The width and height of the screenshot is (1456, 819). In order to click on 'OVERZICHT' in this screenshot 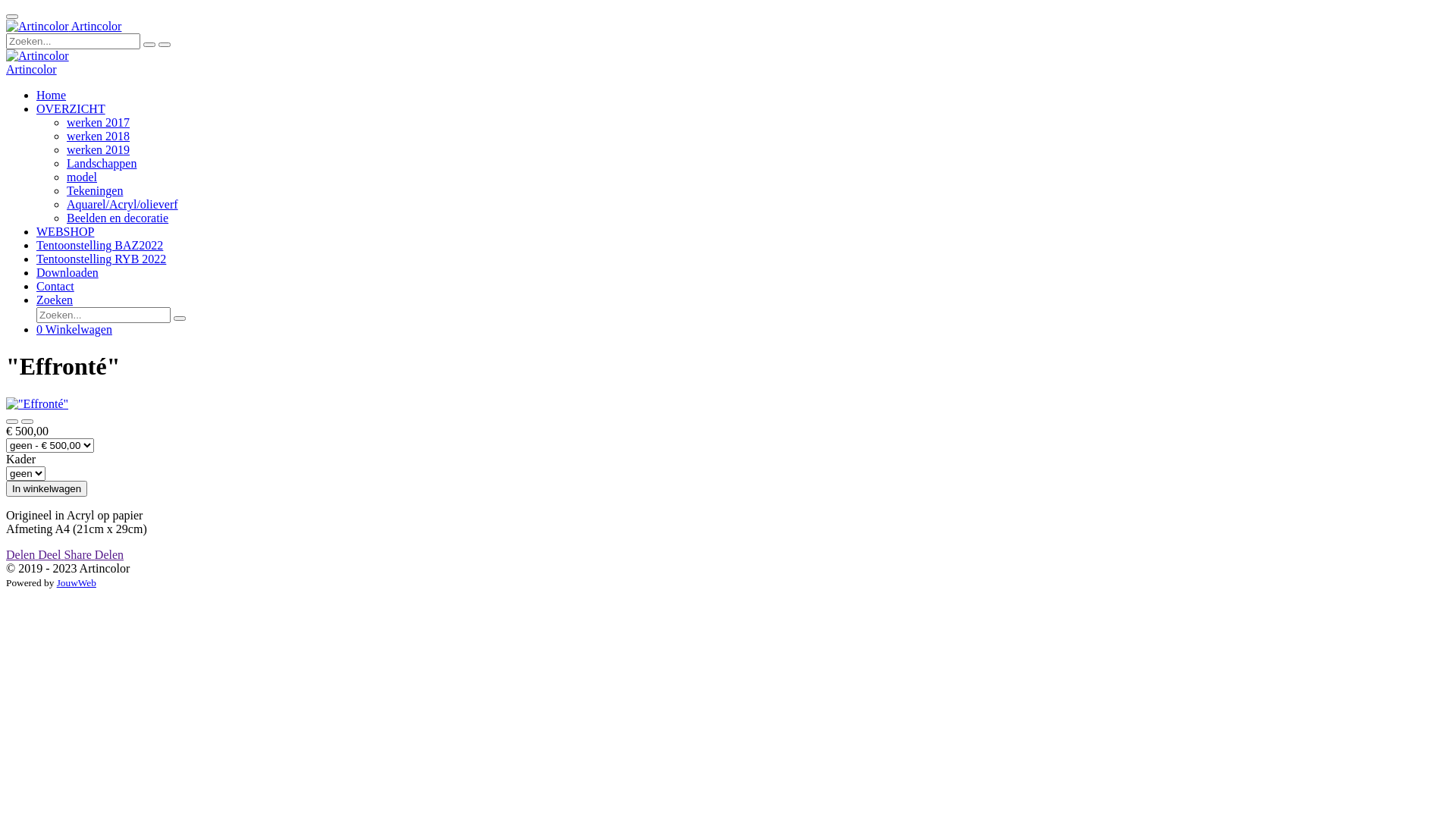, I will do `click(70, 108)`.